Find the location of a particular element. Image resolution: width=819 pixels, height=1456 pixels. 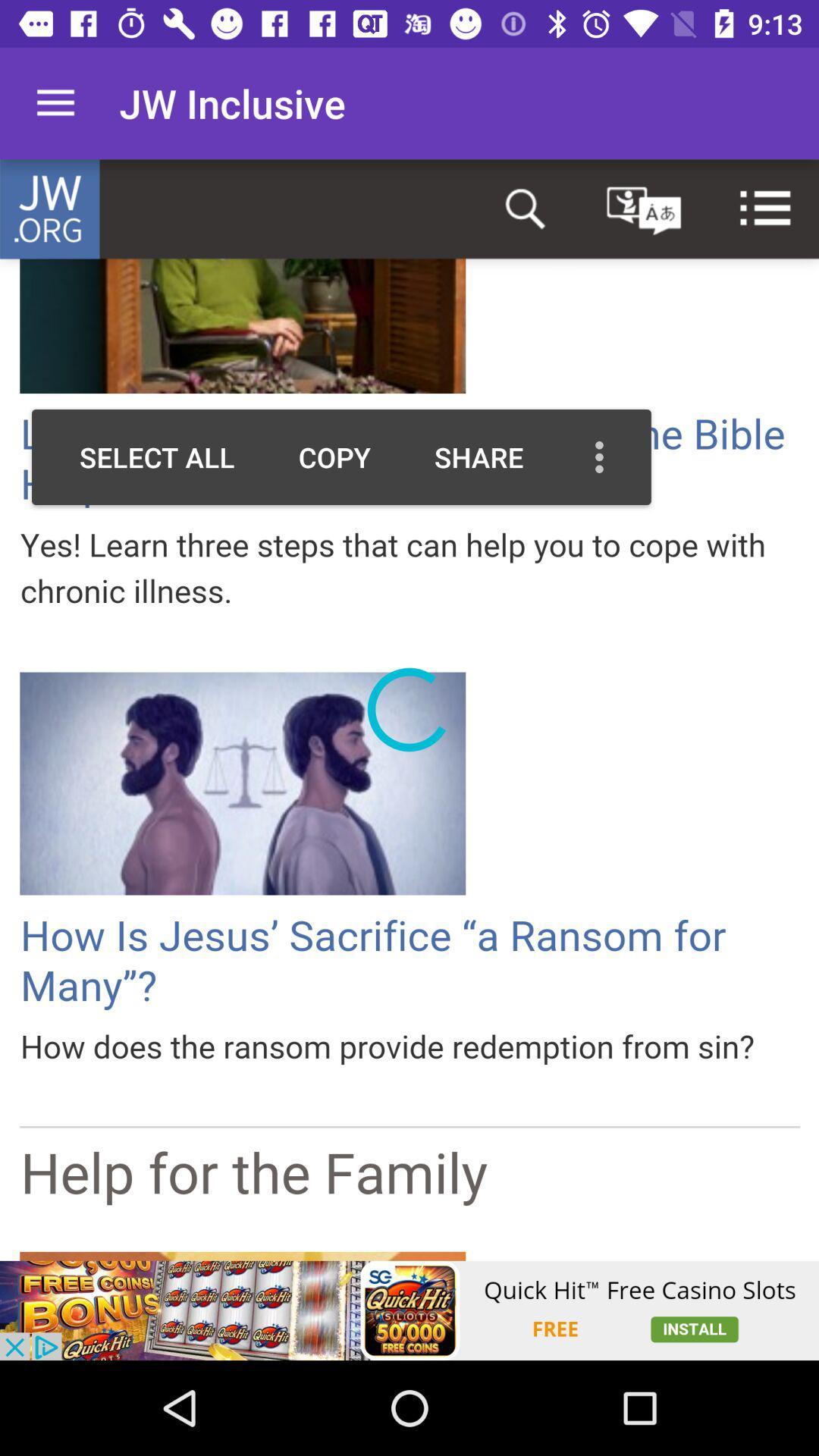

redirects you to offer page is located at coordinates (409, 1310).